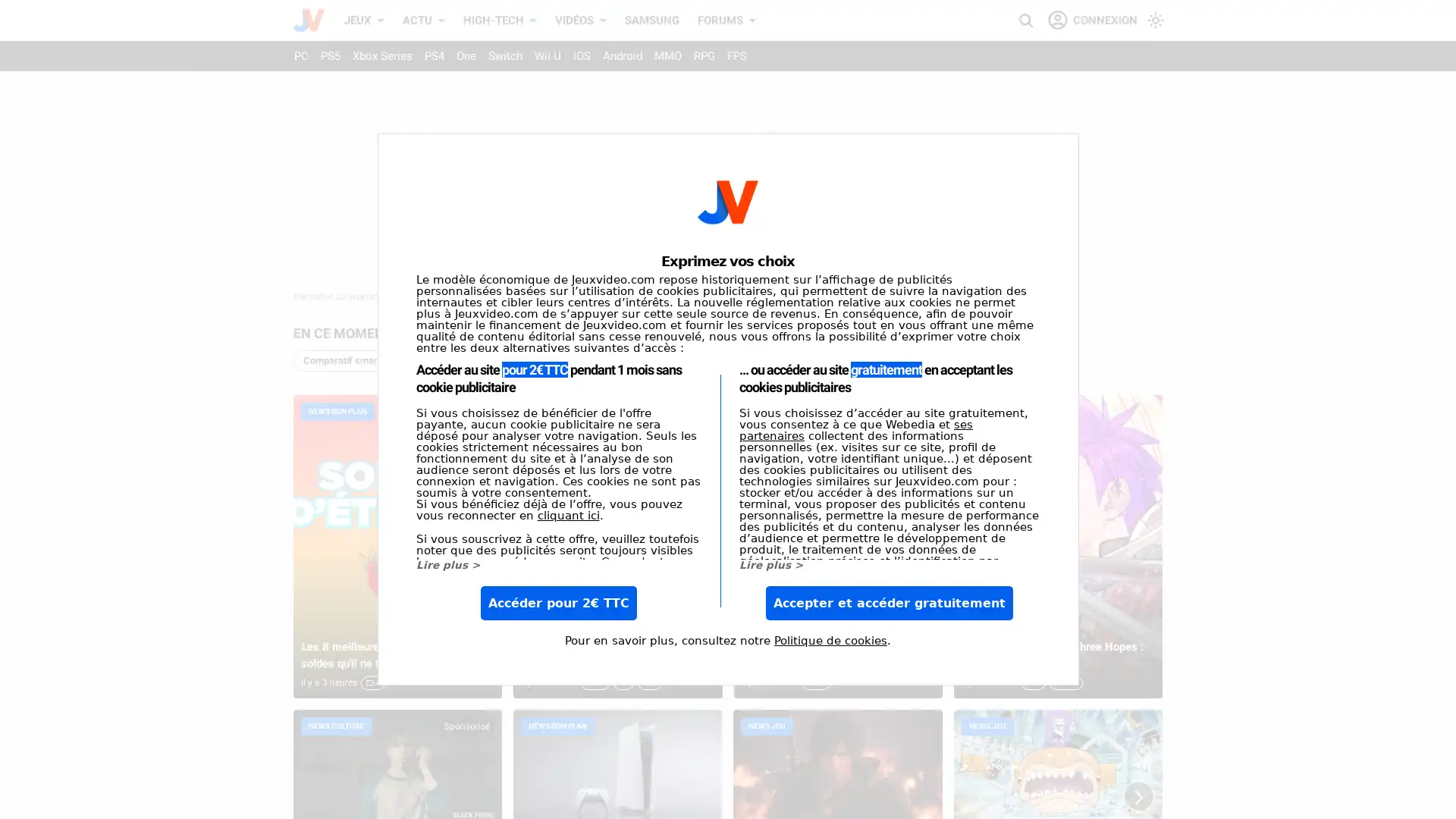 The image size is (1456, 819). Describe the element at coordinates (557, 602) in the screenshot. I see `Acceder pour 2 TTC` at that location.